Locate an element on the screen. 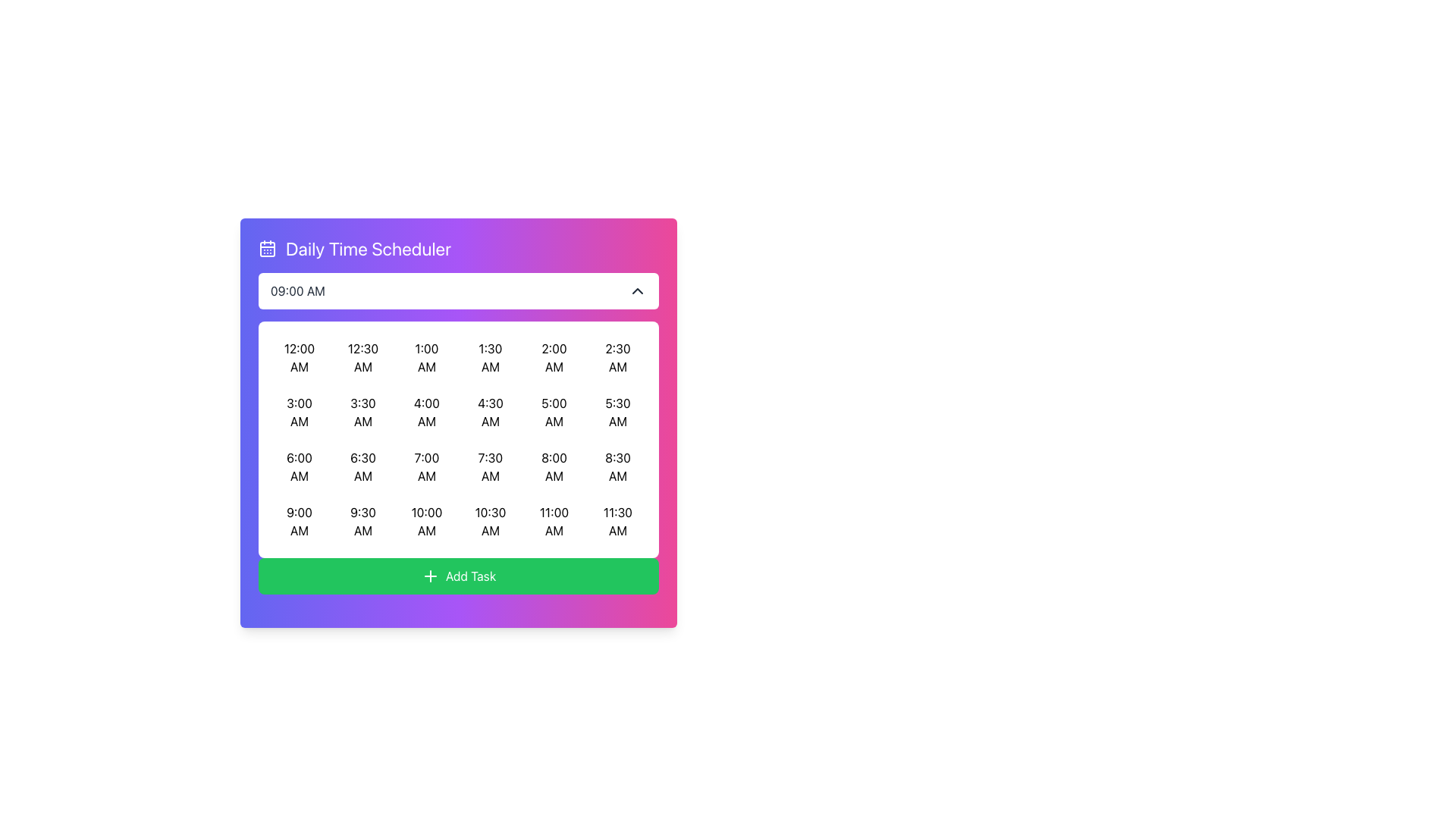 The image size is (1456, 819). the rectangular button labeled '5:00 AM' in the Daily Time Scheduler modal is located at coordinates (553, 412).